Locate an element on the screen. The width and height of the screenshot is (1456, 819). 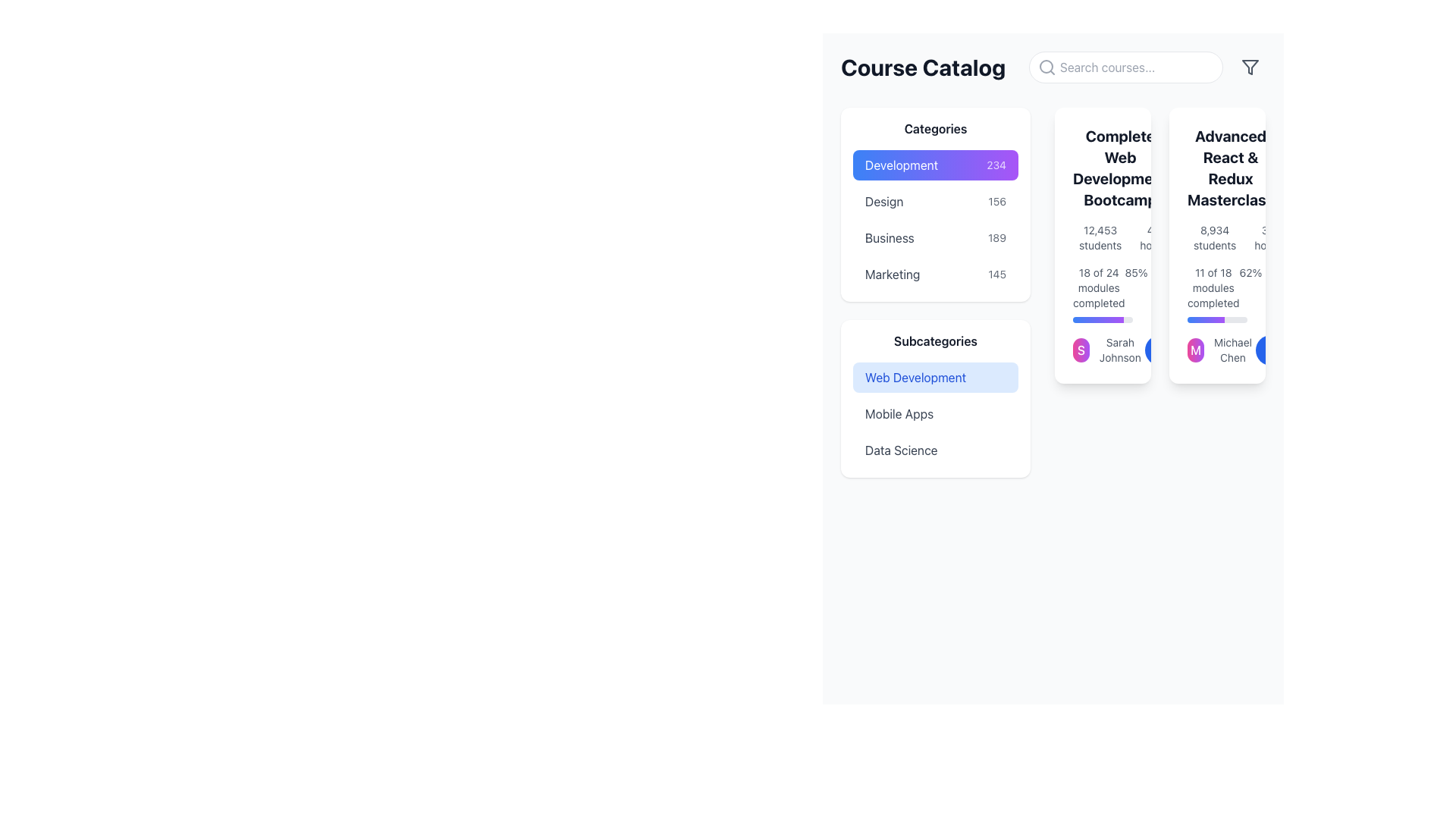
the 'Marketing' category text label located in the left panel under the 'Categories' heading, which is the fourth item in the list is located at coordinates (893, 275).